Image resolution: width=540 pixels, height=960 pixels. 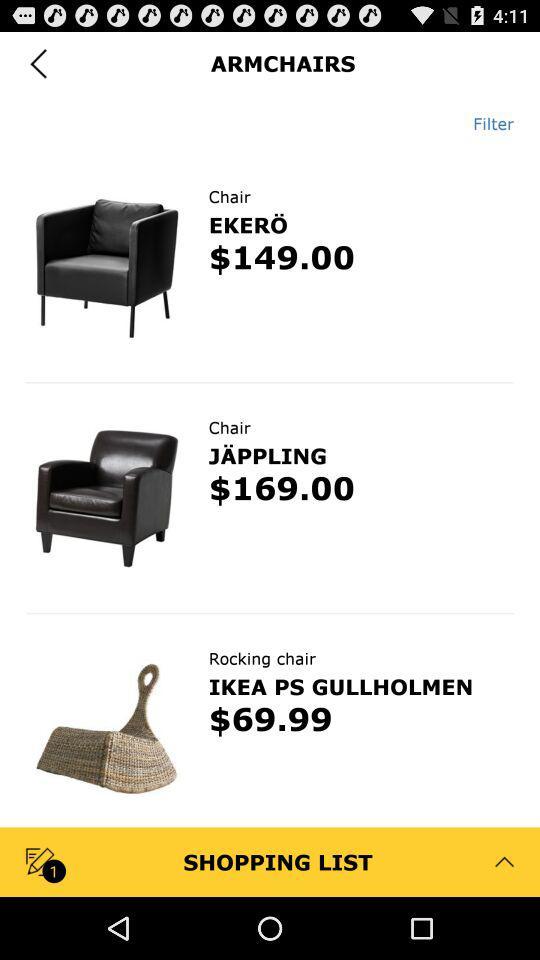 I want to click on the icon below the filter icon, so click(x=270, y=152).